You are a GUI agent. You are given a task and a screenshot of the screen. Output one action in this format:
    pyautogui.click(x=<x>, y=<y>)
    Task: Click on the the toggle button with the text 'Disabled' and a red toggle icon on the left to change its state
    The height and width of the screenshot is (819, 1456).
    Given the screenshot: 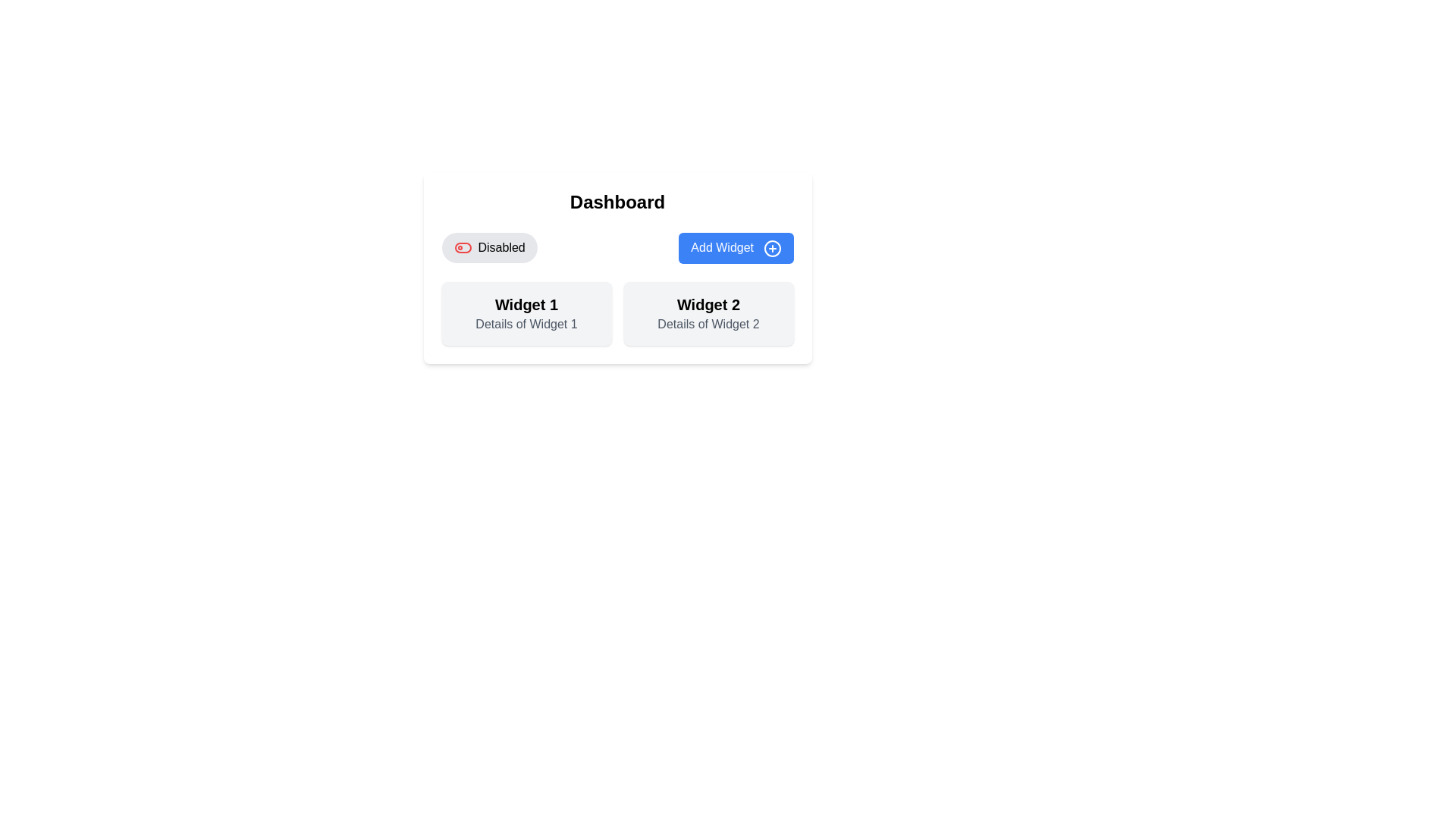 What is the action you would take?
    pyautogui.click(x=489, y=247)
    